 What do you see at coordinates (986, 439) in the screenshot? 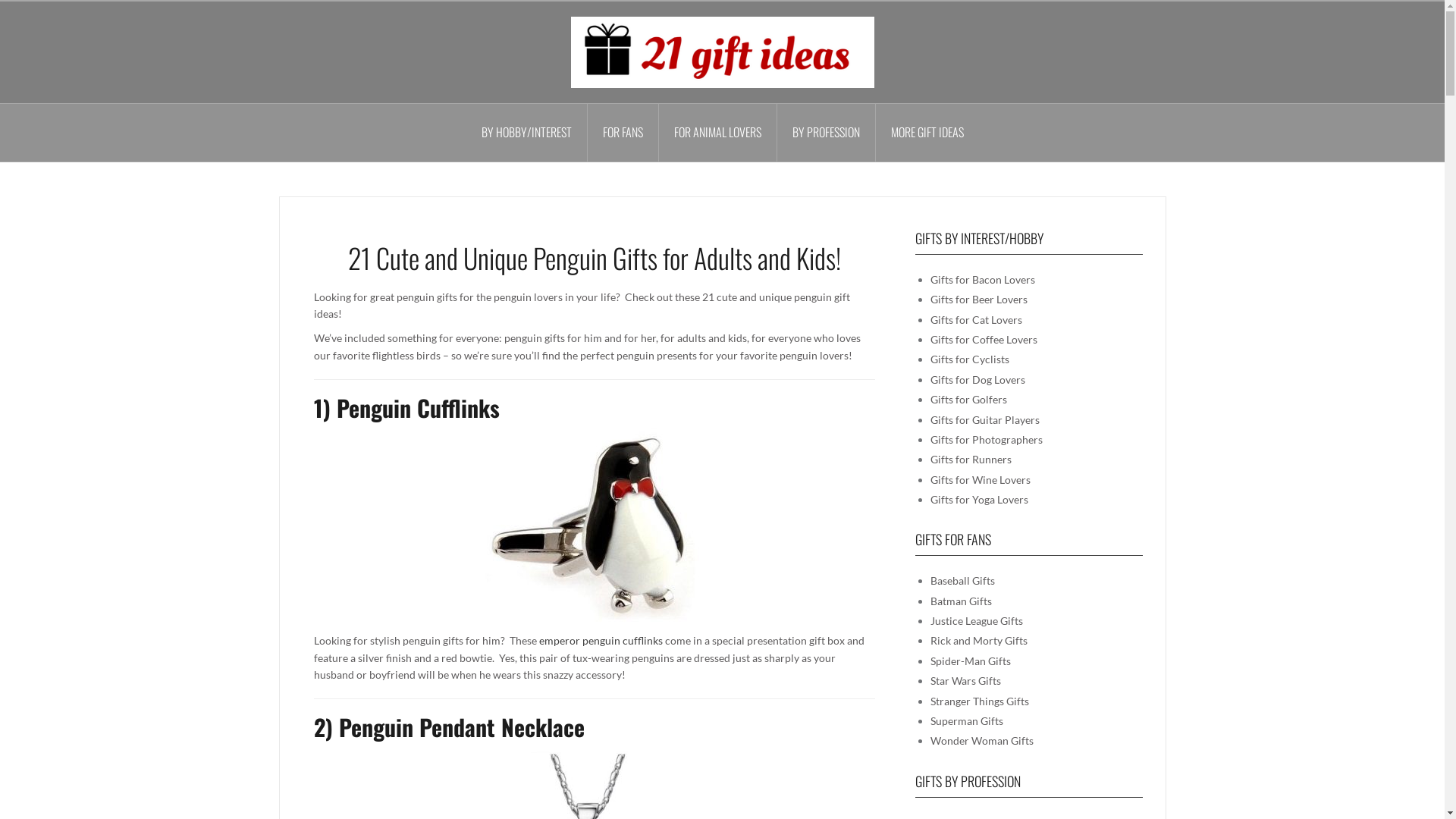
I see `'Gifts for Photographers'` at bounding box center [986, 439].